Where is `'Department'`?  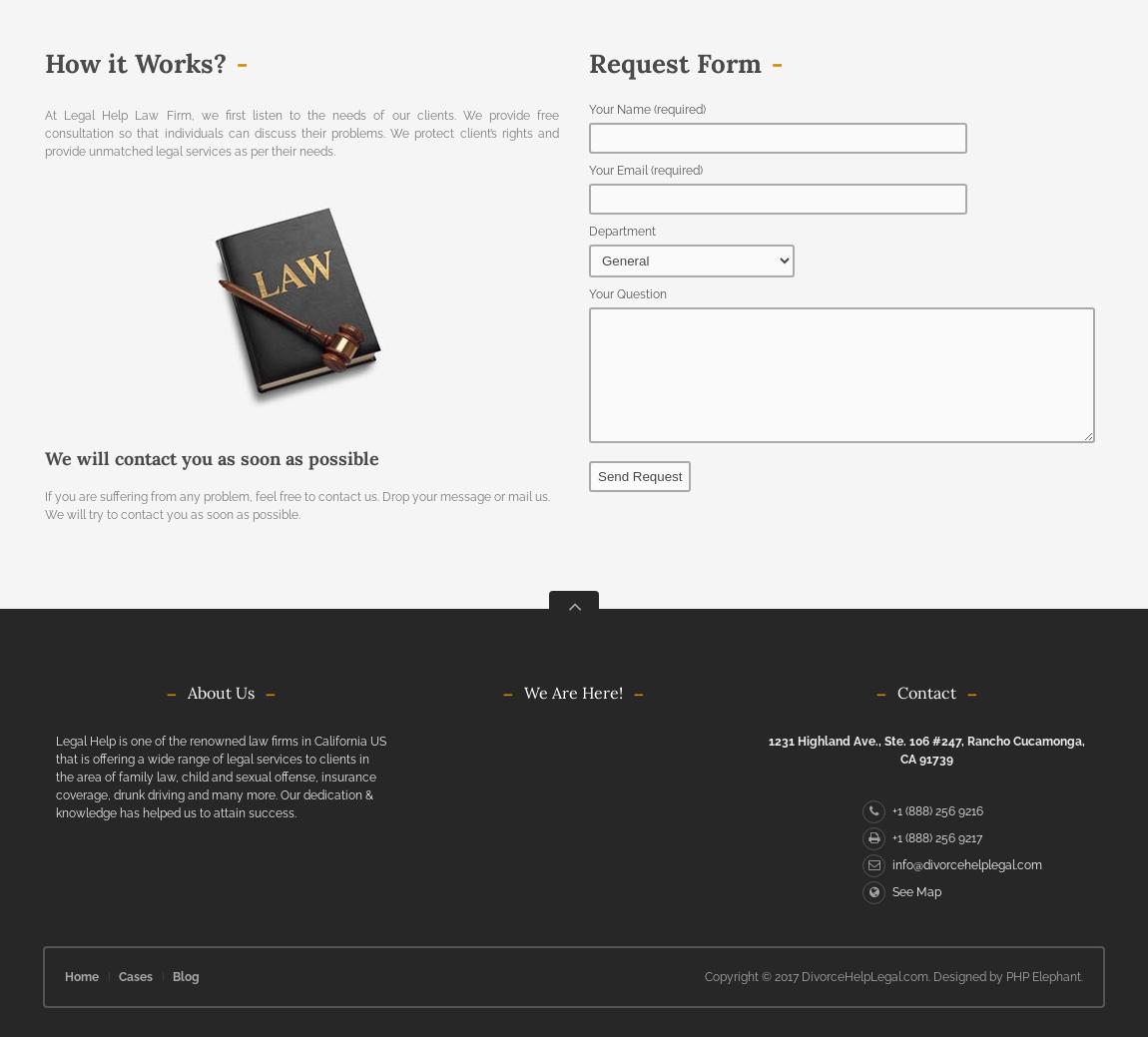
'Department' is located at coordinates (621, 230).